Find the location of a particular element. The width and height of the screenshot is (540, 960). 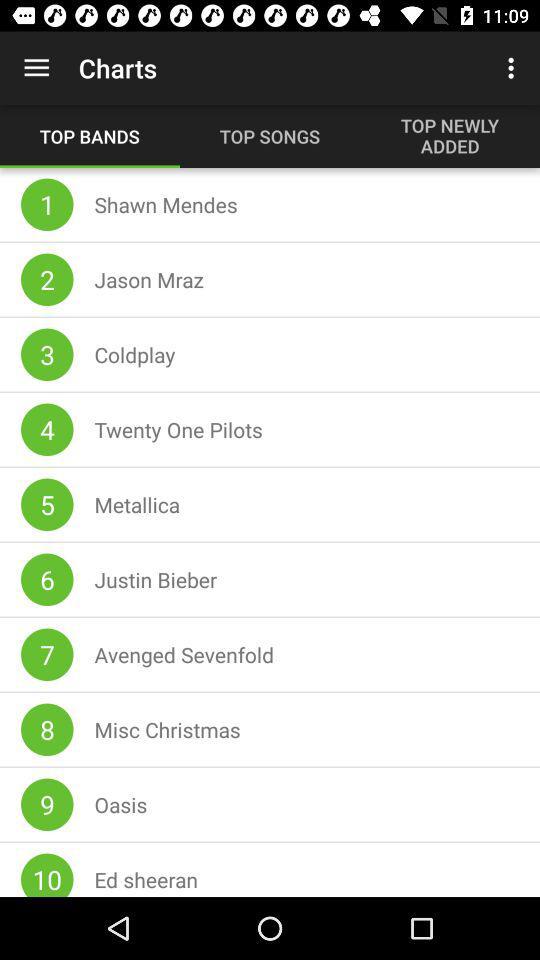

the coldplay is located at coordinates (135, 354).